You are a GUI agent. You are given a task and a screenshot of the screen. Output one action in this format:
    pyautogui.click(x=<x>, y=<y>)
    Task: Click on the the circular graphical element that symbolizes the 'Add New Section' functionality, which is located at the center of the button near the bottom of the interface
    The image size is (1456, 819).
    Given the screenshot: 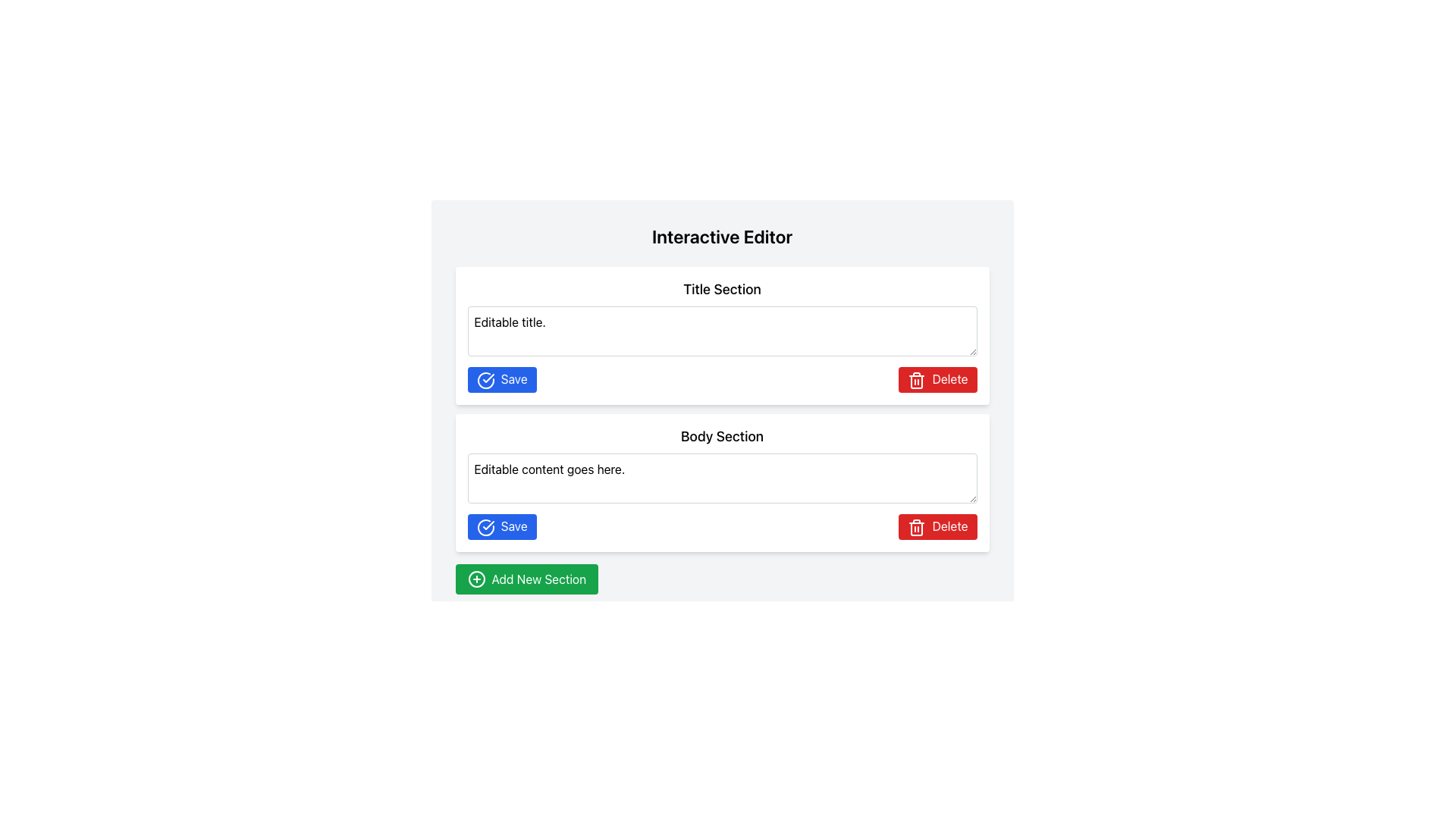 What is the action you would take?
    pyautogui.click(x=475, y=579)
    